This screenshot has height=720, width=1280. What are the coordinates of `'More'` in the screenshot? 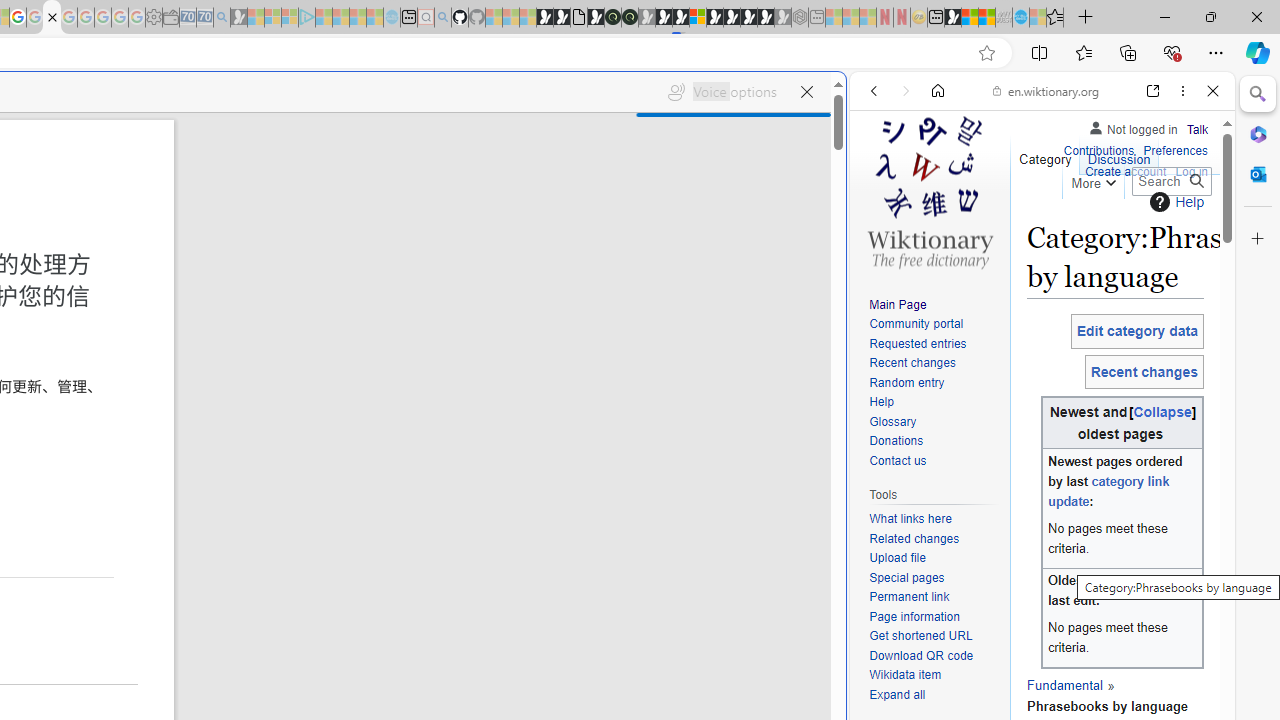 It's located at (1092, 178).